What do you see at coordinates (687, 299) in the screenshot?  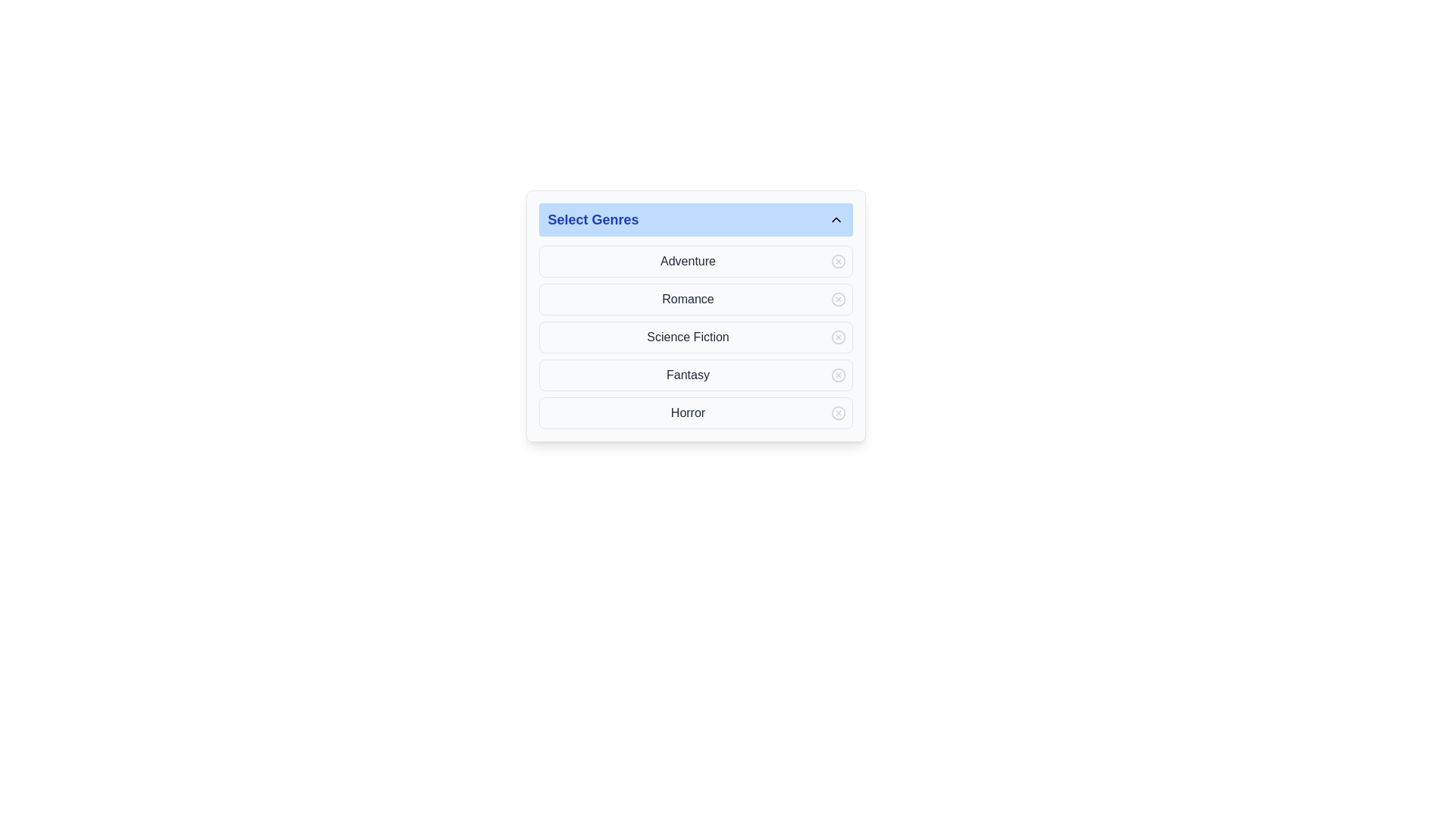 I see `the 'Romance' genre label located in the second item of the 'Select Genres' section` at bounding box center [687, 299].